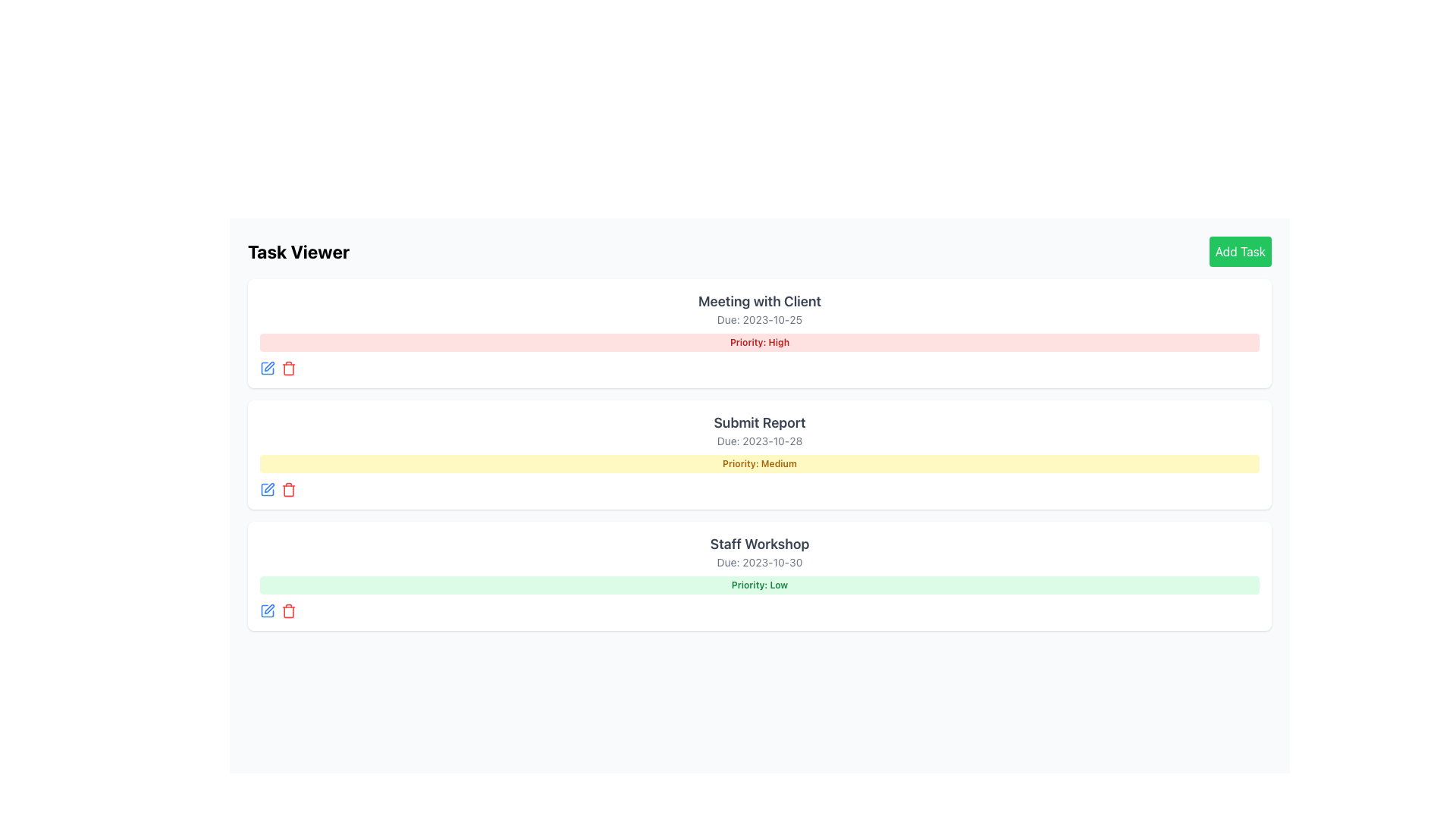 The height and width of the screenshot is (819, 1456). Describe the element at coordinates (268, 369) in the screenshot. I see `the edit button located in the top-left of the first task card to initiate an edit` at that location.